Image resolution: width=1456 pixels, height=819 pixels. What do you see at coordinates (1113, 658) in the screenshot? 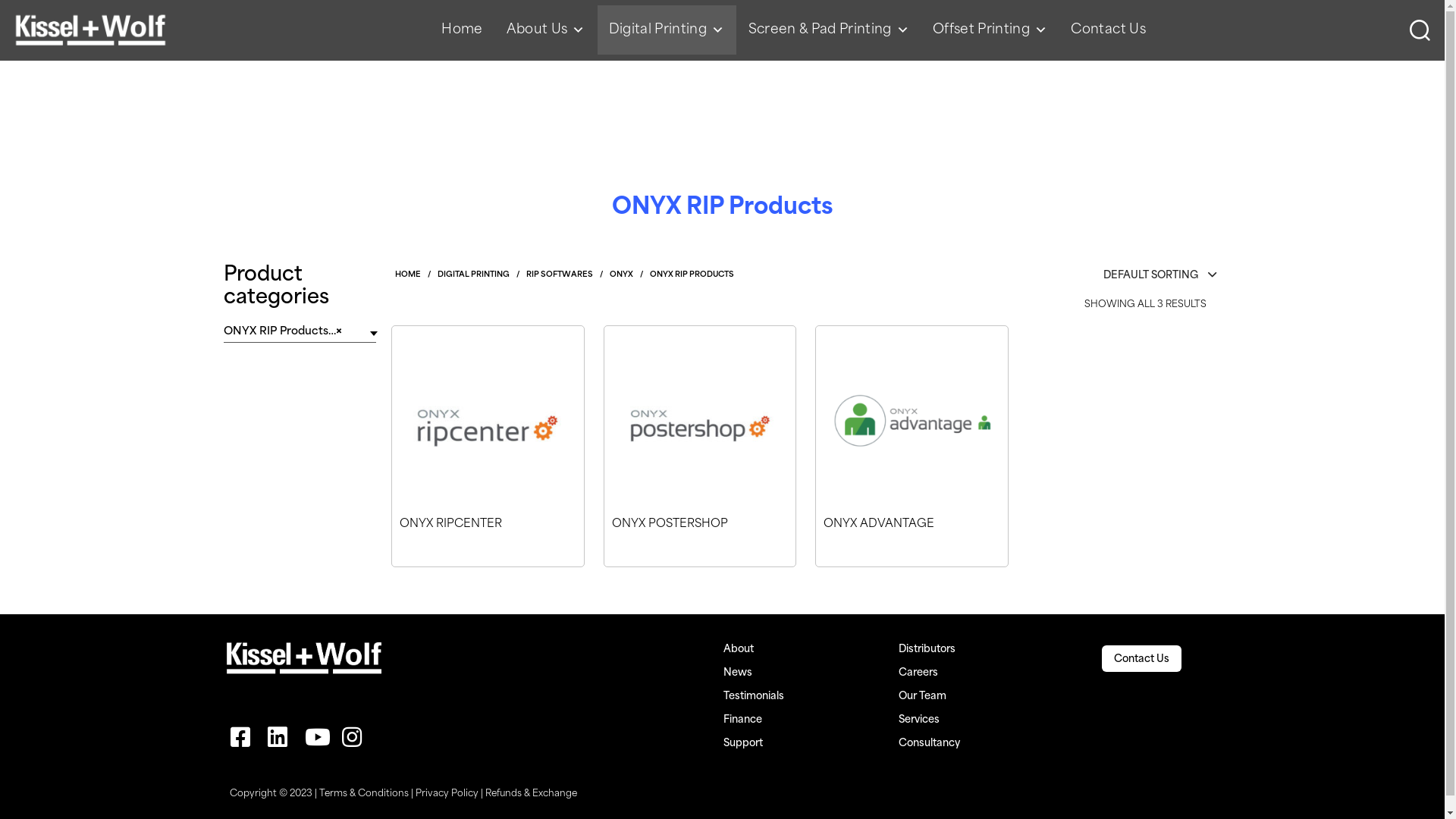
I see `'Contact Us'` at bounding box center [1113, 658].